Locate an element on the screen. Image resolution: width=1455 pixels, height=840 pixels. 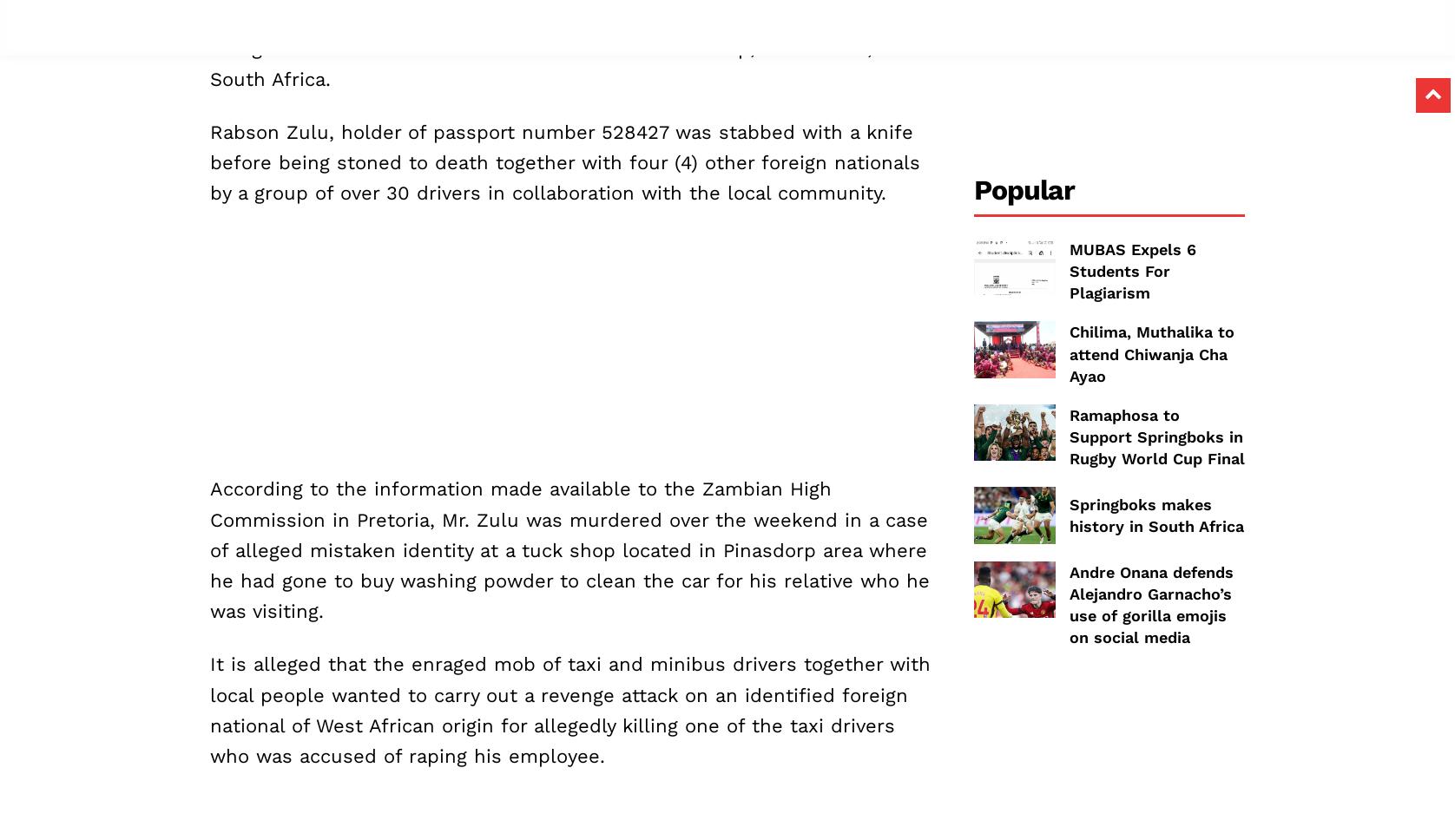
'A 28 year old Zambian national has been stoned to death by a group of enraged taxi and minibus drivers in a town of Klerksdorp, North West, South Africa.' is located at coordinates (547, 47).